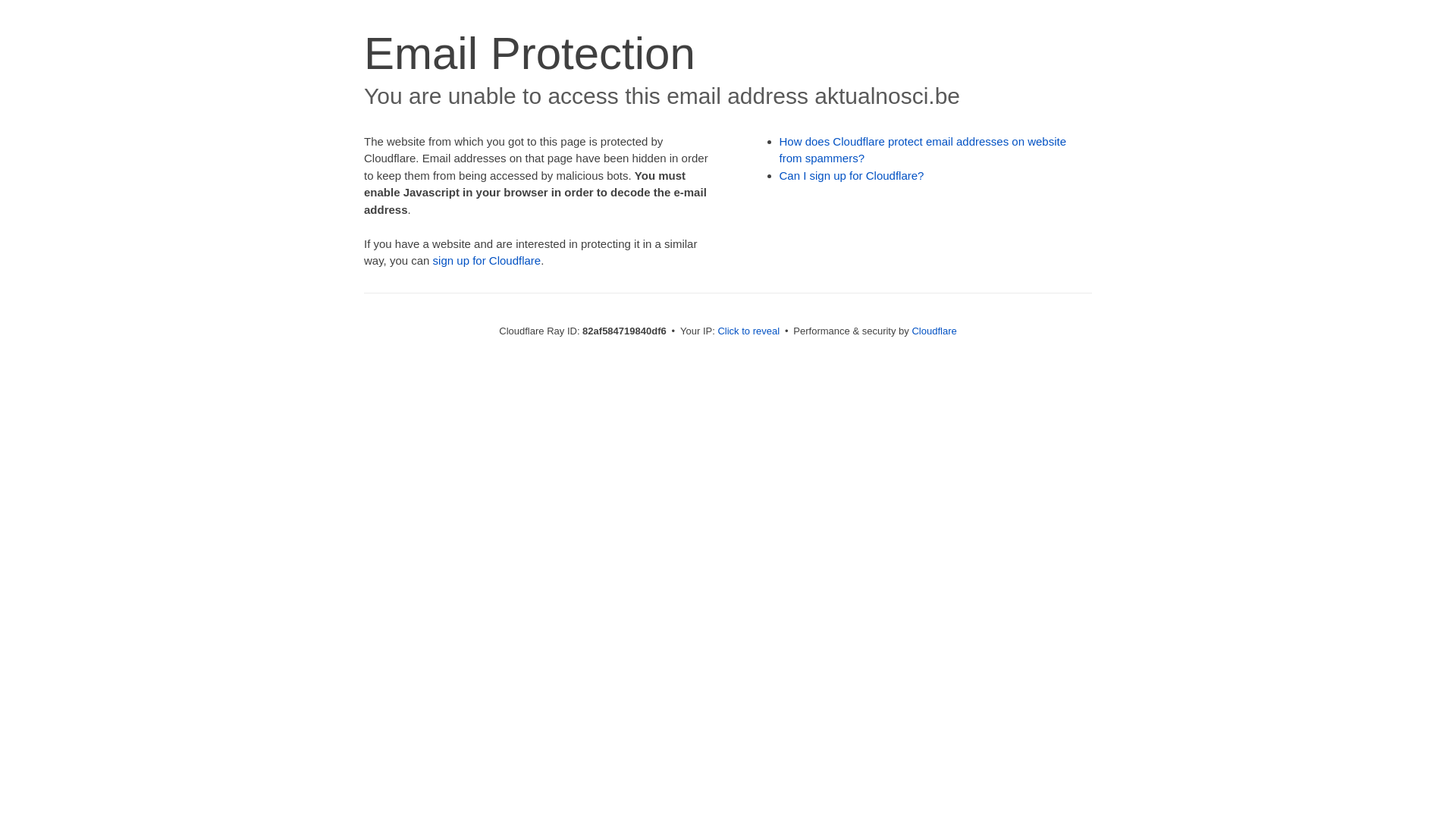 The width and height of the screenshot is (1456, 819). Describe the element at coordinates (852, 174) in the screenshot. I see `'Can I sign up for Cloudflare?'` at that location.